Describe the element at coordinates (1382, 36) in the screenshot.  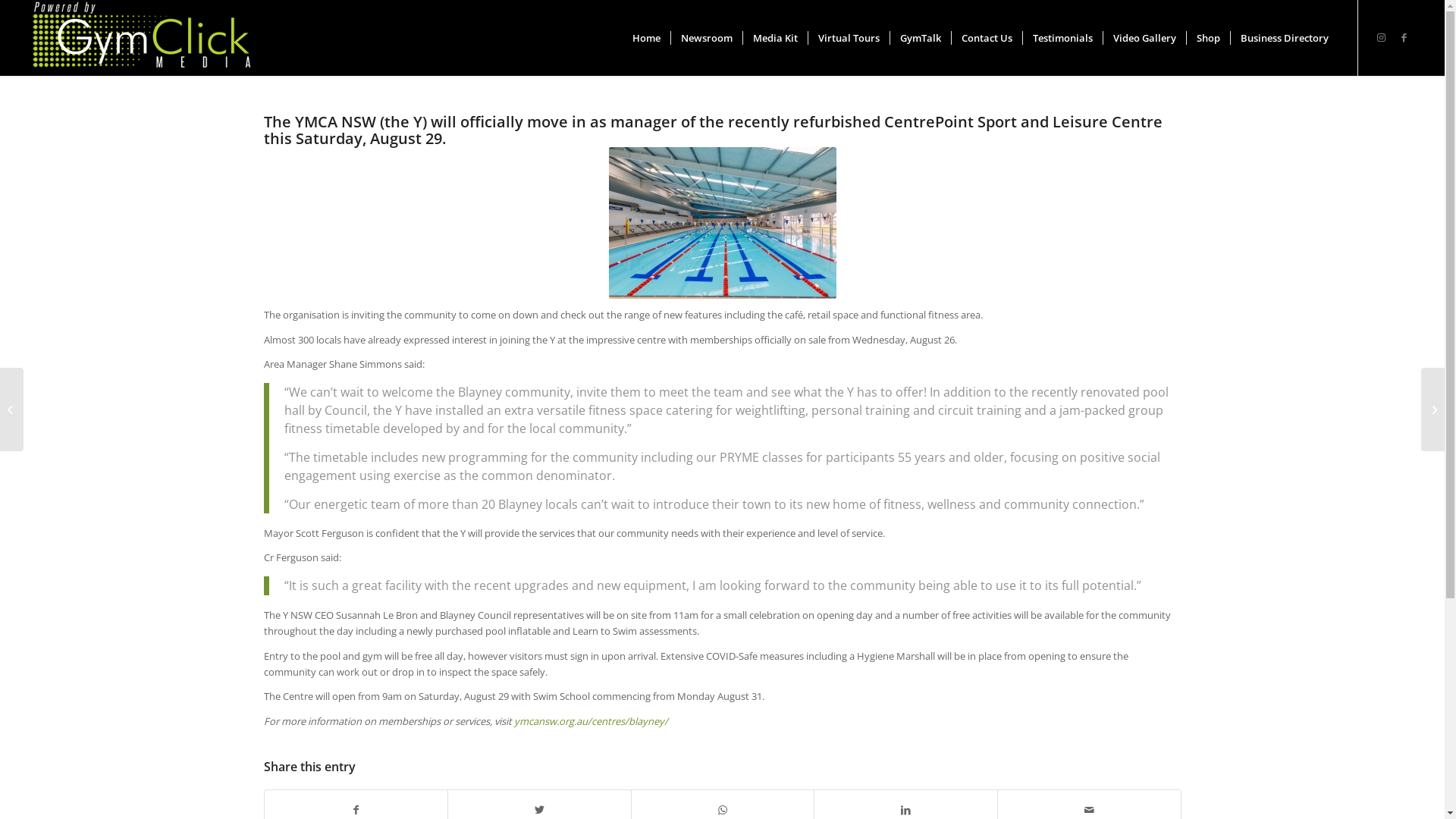
I see `'Instagram'` at that location.